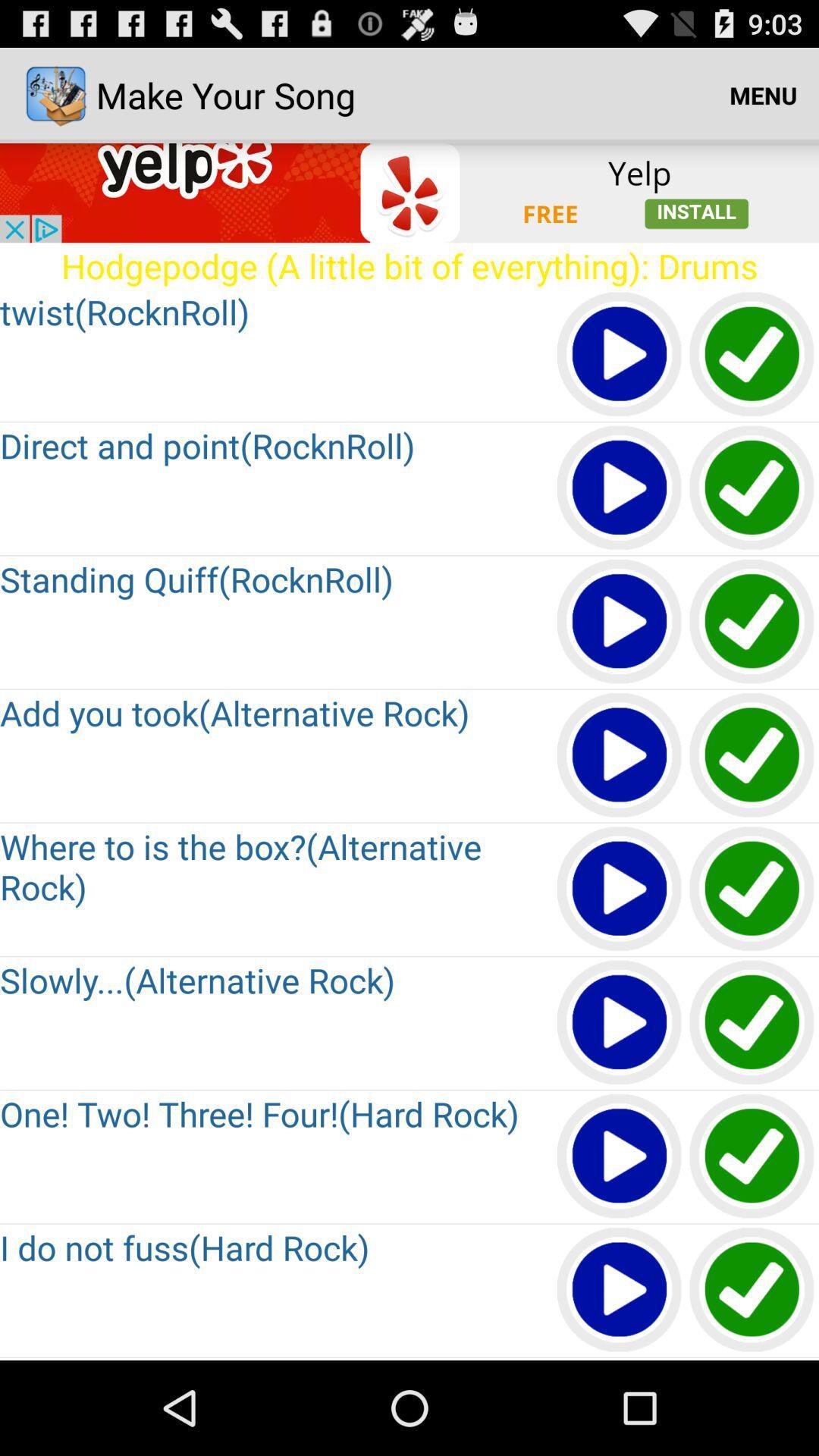 This screenshot has width=819, height=1456. I want to click on song, so click(620, 890).